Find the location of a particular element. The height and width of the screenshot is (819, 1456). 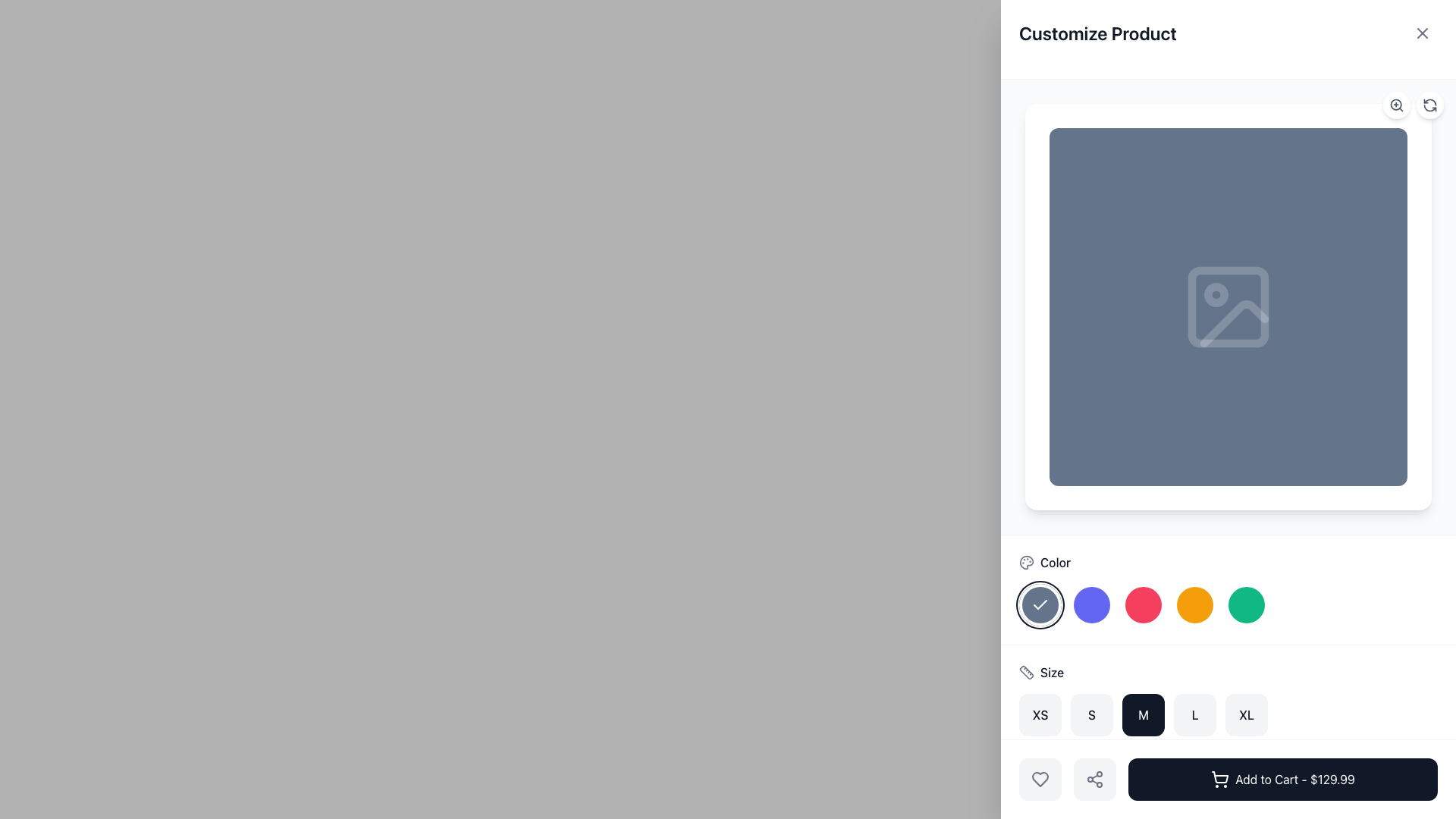

the circular button with a gray-bordered 'X' symbol located in the top-right corner of the 'Customize Product' box is located at coordinates (1422, 33).